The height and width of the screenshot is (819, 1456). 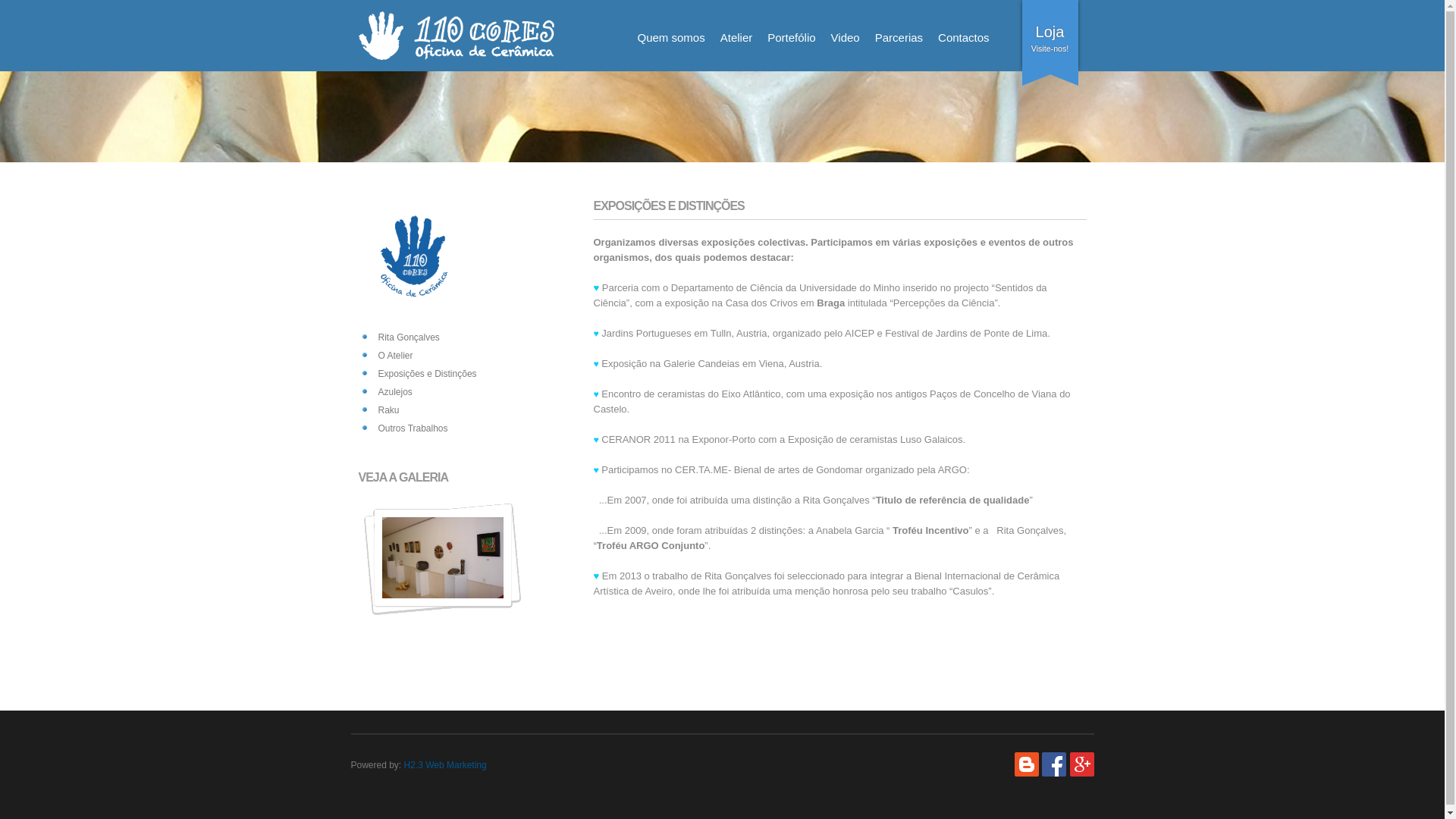 I want to click on 'H2.3 Web Marketing', so click(x=444, y=765).